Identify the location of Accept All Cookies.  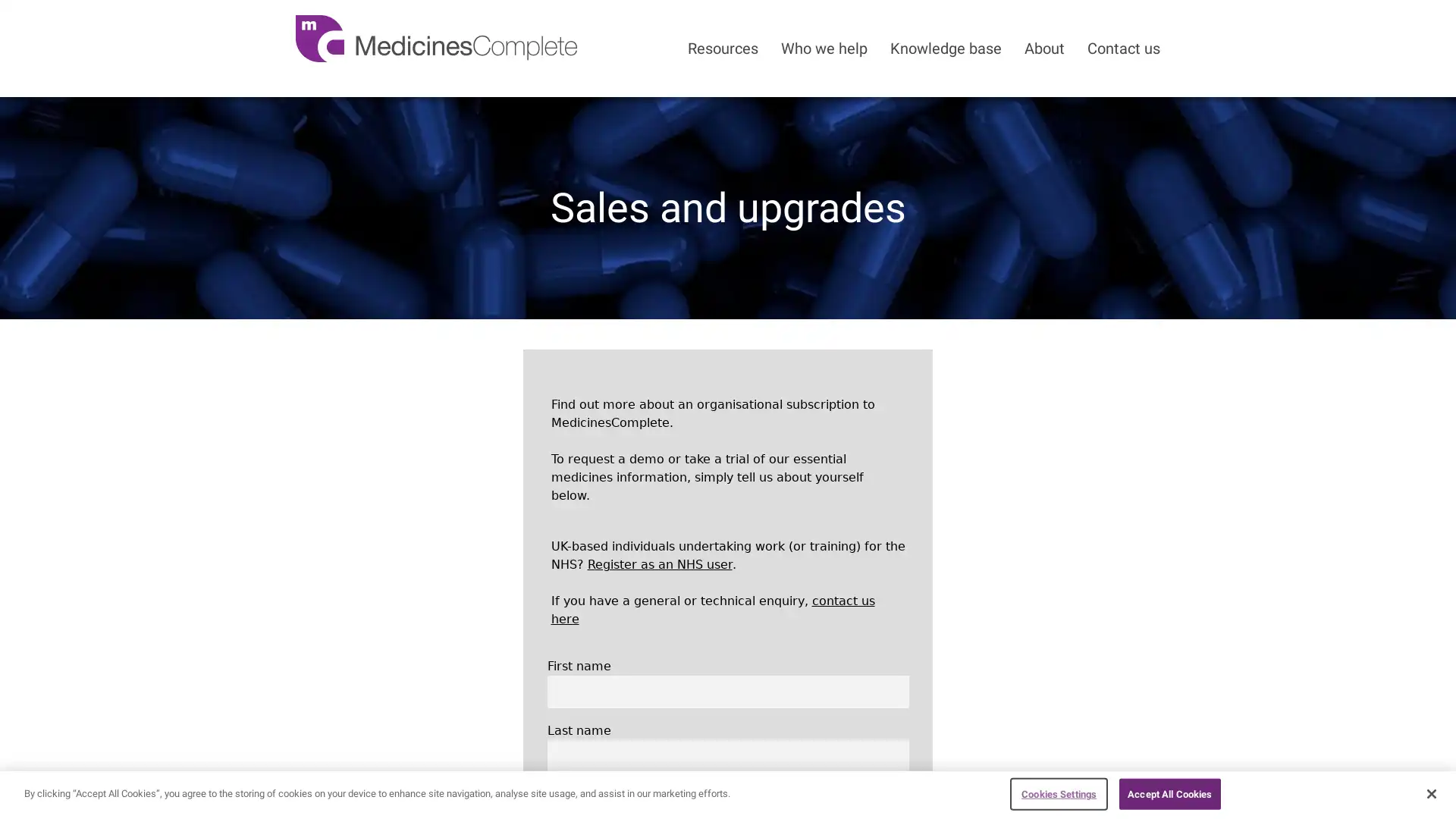
(1169, 792).